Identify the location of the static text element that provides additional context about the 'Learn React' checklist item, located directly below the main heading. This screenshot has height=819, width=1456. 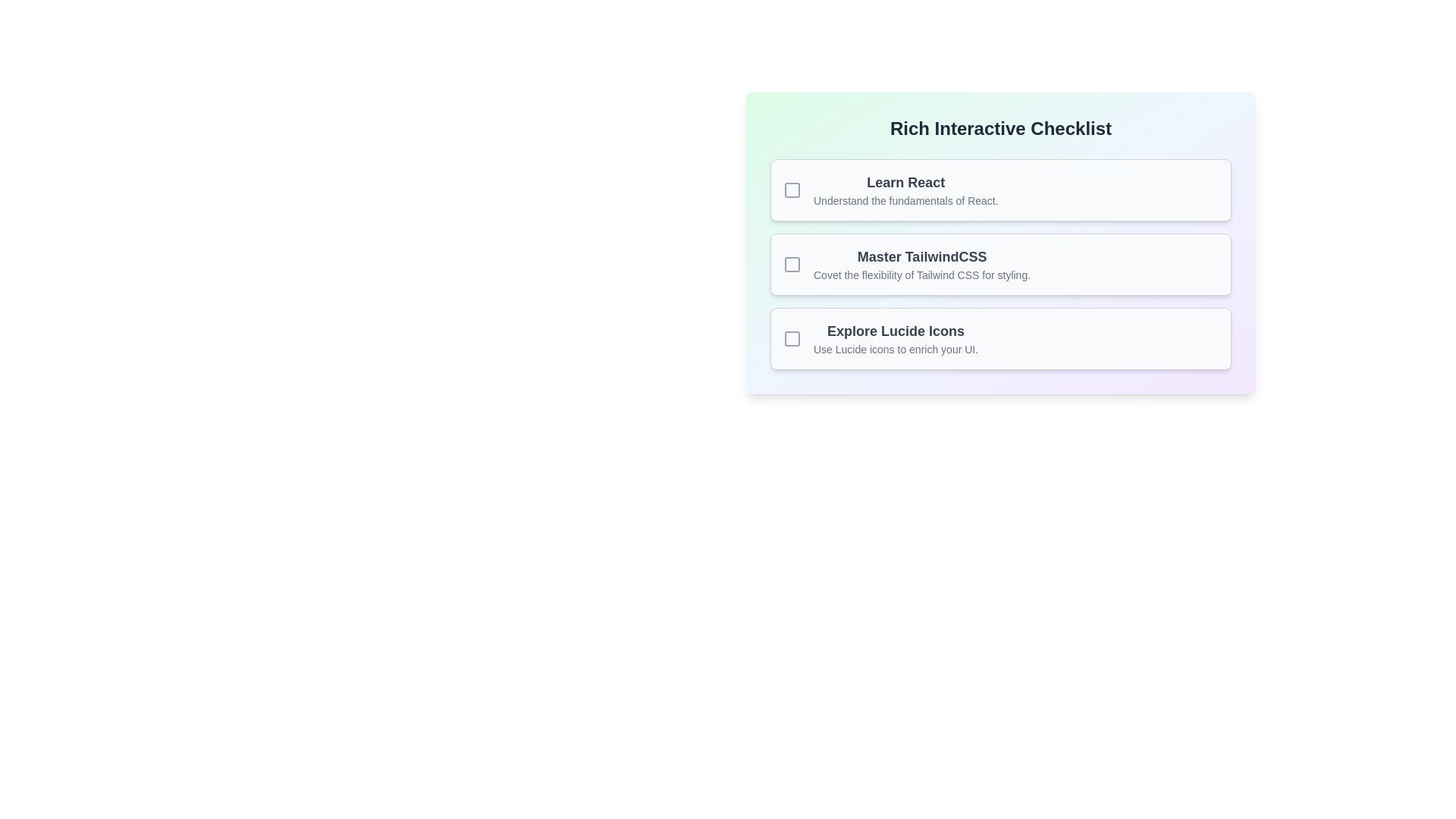
(905, 200).